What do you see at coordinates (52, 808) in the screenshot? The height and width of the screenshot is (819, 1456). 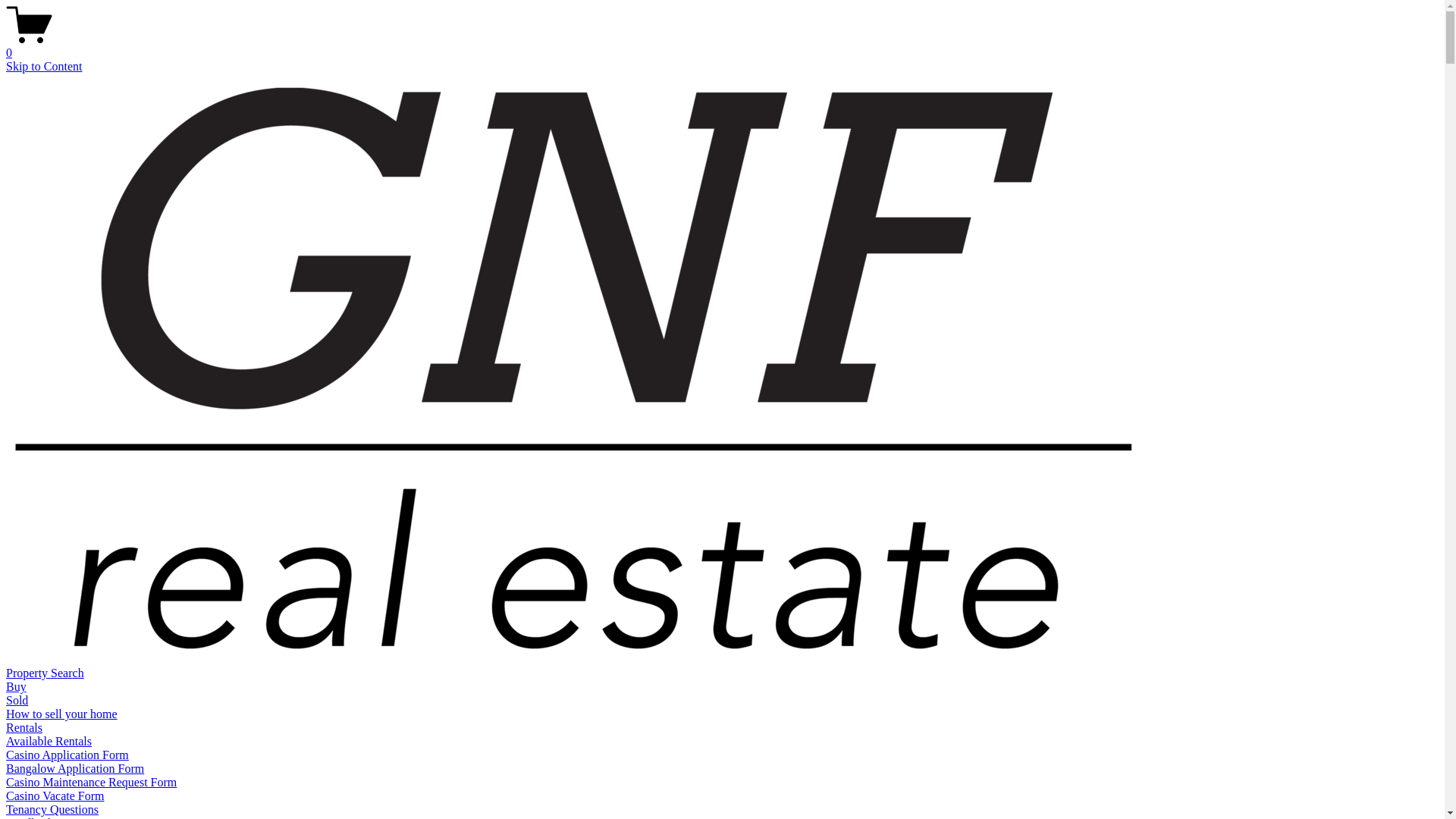 I see `'Tenancy Questions'` at bounding box center [52, 808].